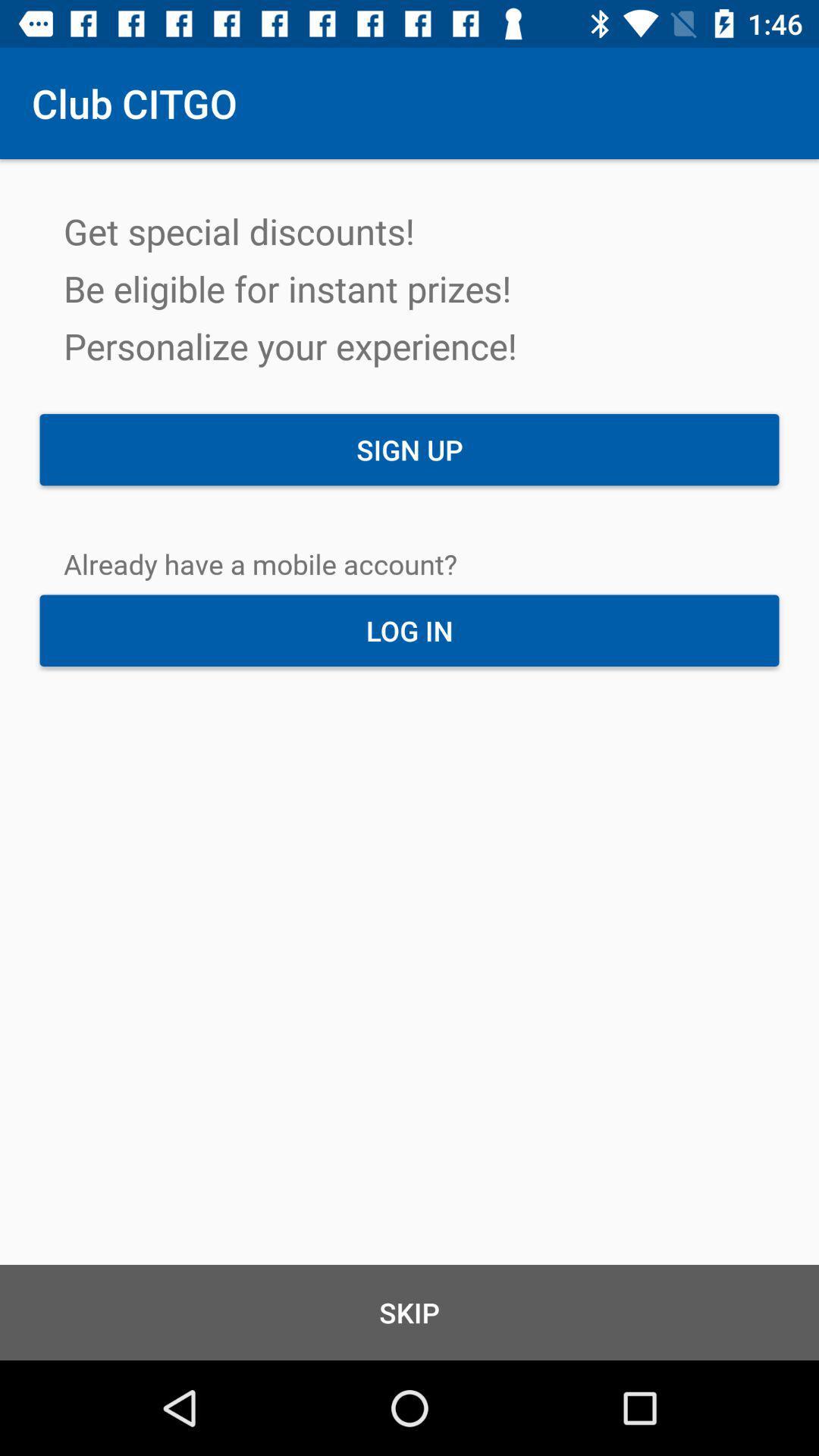 Image resolution: width=819 pixels, height=1456 pixels. What do you see at coordinates (409, 1312) in the screenshot?
I see `the skip` at bounding box center [409, 1312].